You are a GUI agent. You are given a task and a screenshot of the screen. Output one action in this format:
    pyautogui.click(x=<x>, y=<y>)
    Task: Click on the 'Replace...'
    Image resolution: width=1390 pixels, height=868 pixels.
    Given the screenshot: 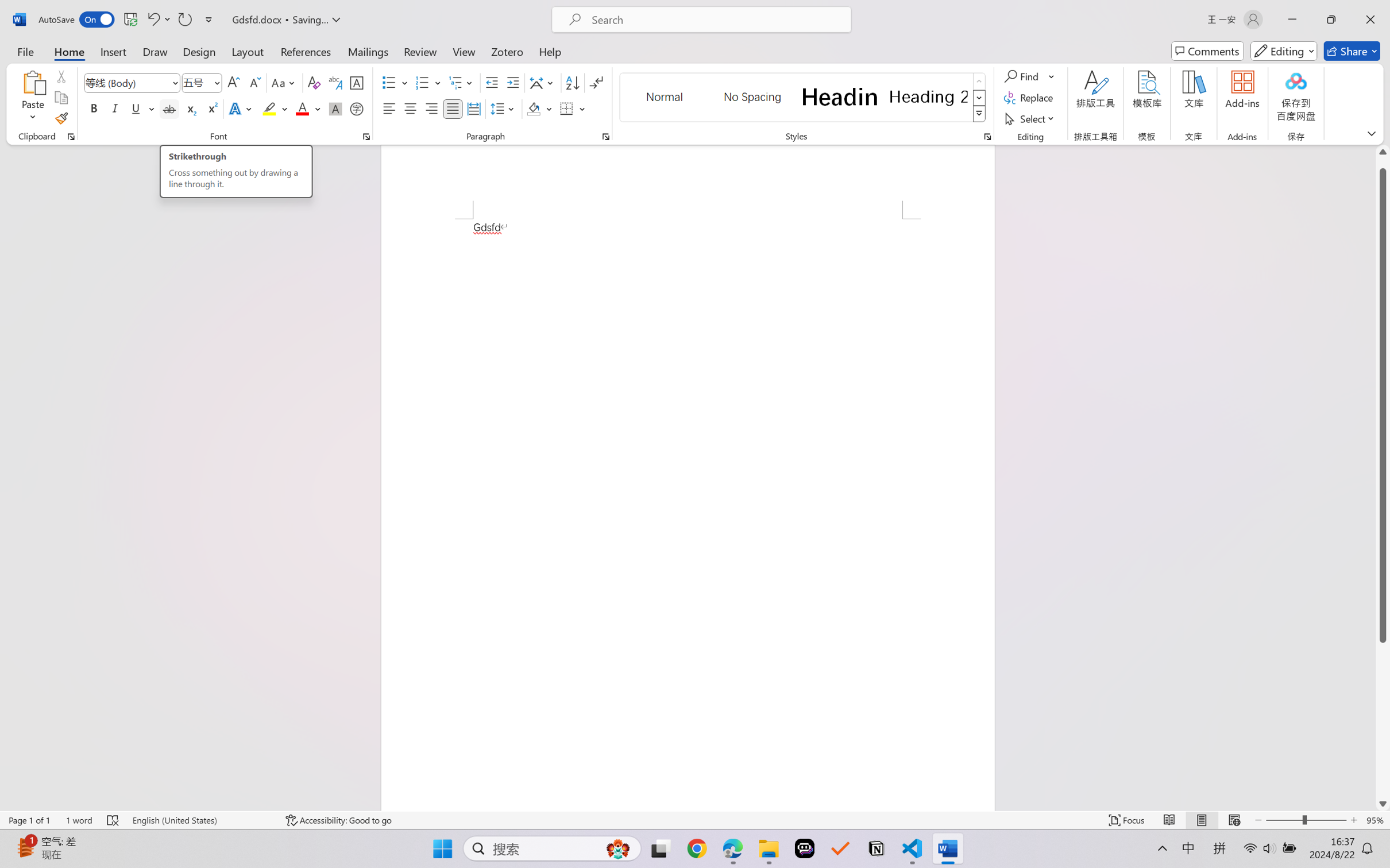 What is the action you would take?
    pyautogui.click(x=1029, y=98)
    